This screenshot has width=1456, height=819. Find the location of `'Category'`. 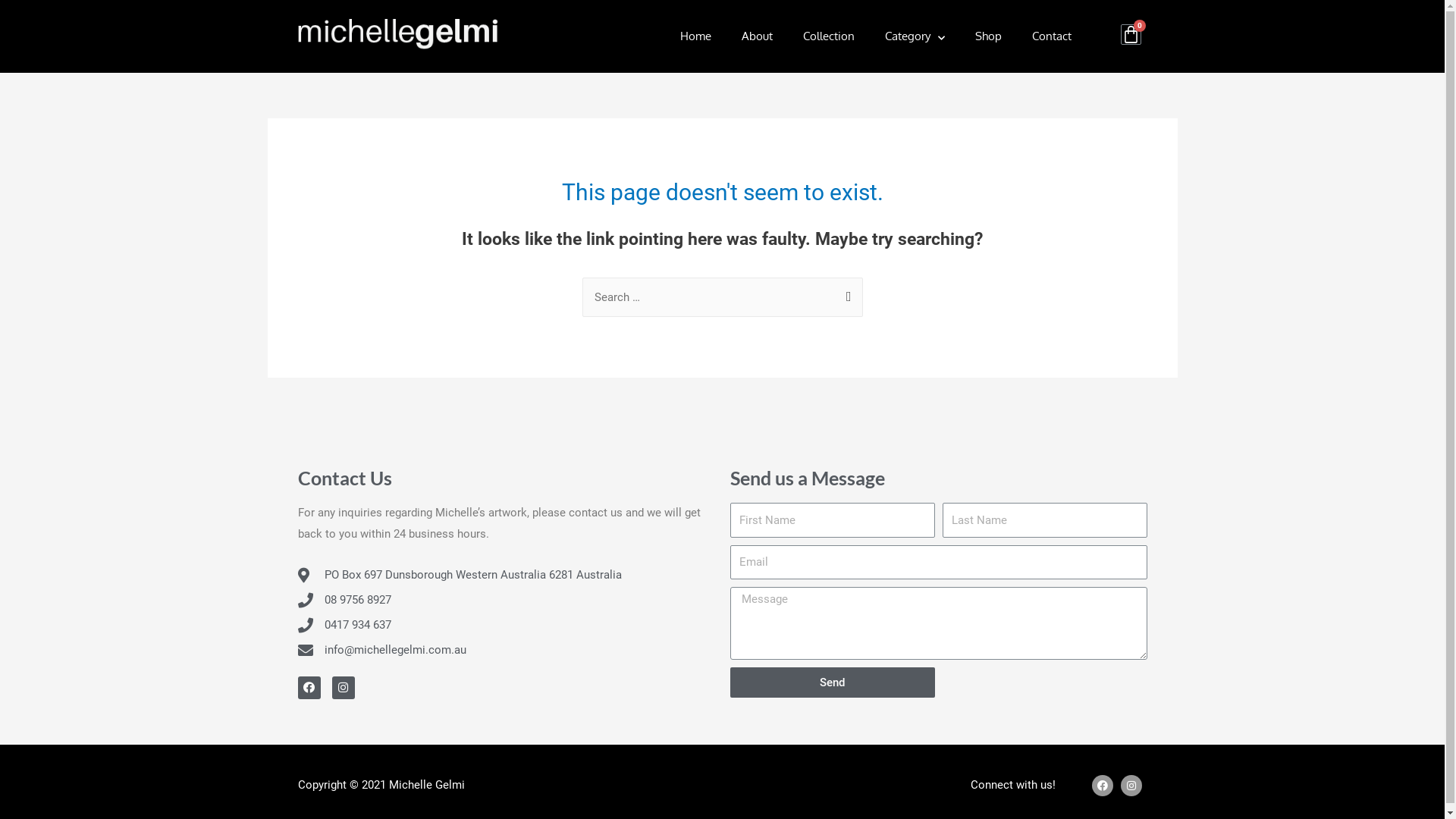

'Category' is located at coordinates (914, 35).